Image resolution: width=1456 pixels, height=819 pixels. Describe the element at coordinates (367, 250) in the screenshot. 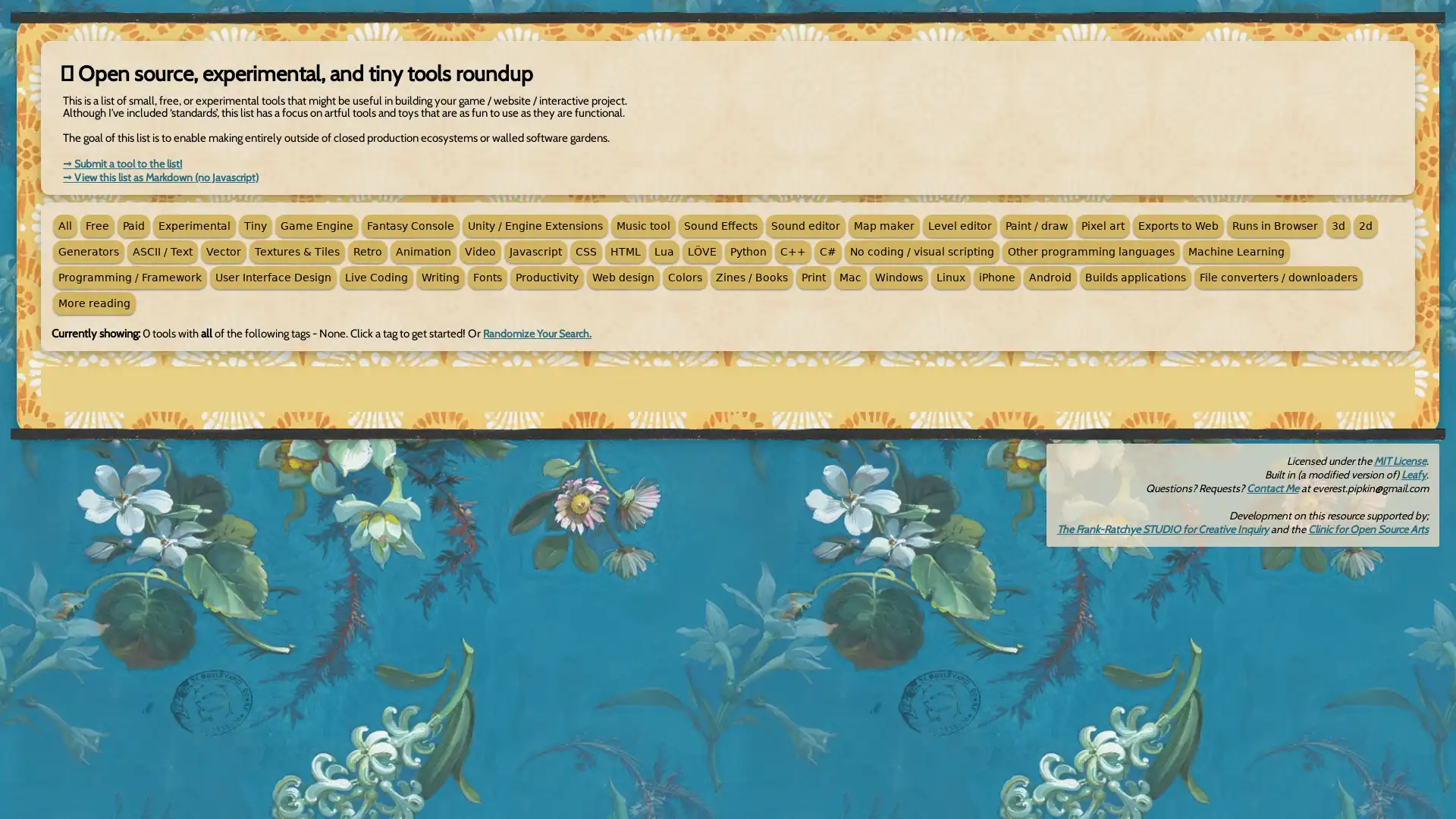

I see `Retro` at that location.